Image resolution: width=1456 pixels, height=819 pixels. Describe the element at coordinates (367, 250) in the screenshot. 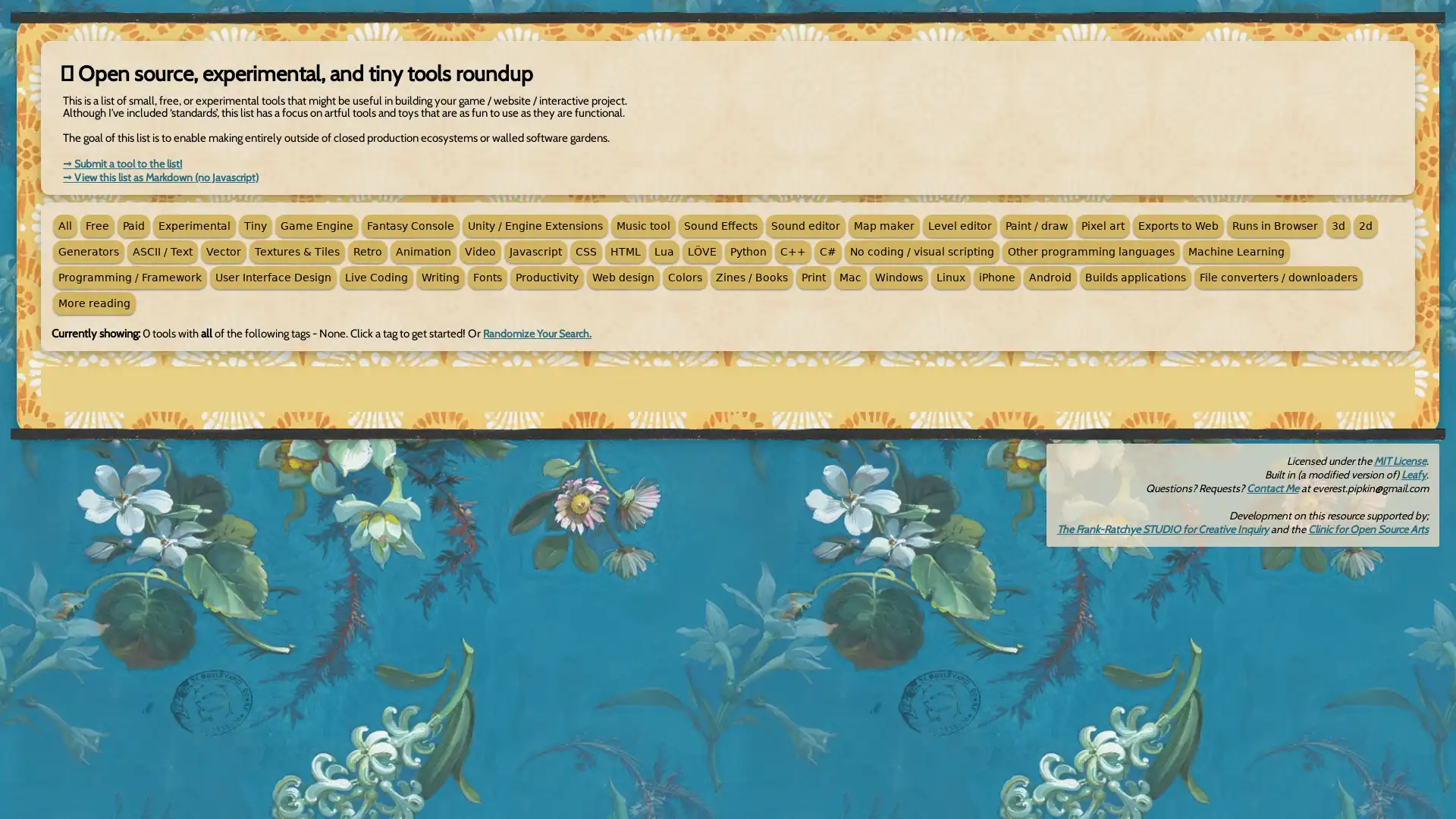

I see `Retro` at that location.